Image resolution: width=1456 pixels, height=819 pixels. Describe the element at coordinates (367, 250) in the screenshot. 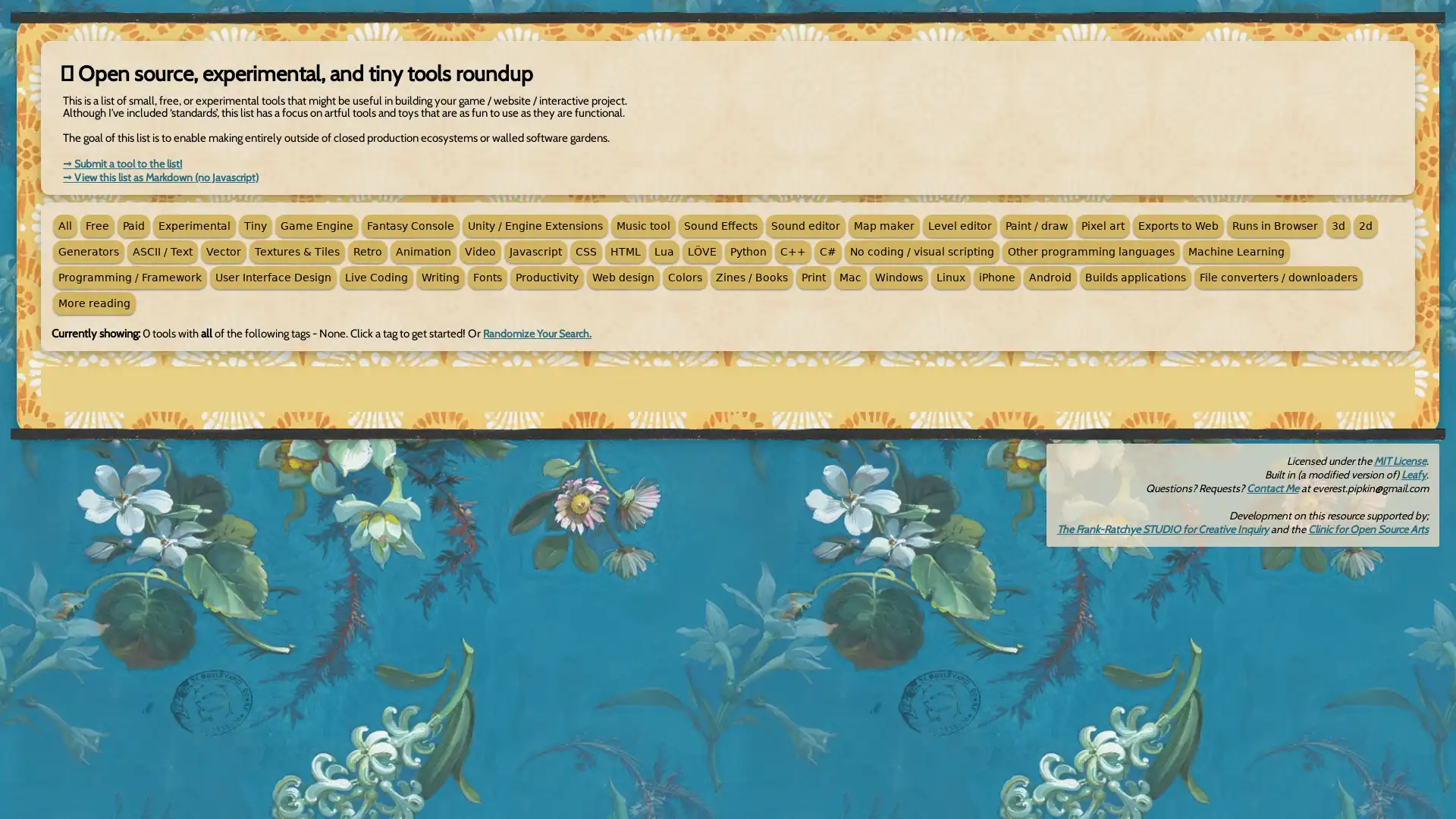

I see `Retro` at that location.